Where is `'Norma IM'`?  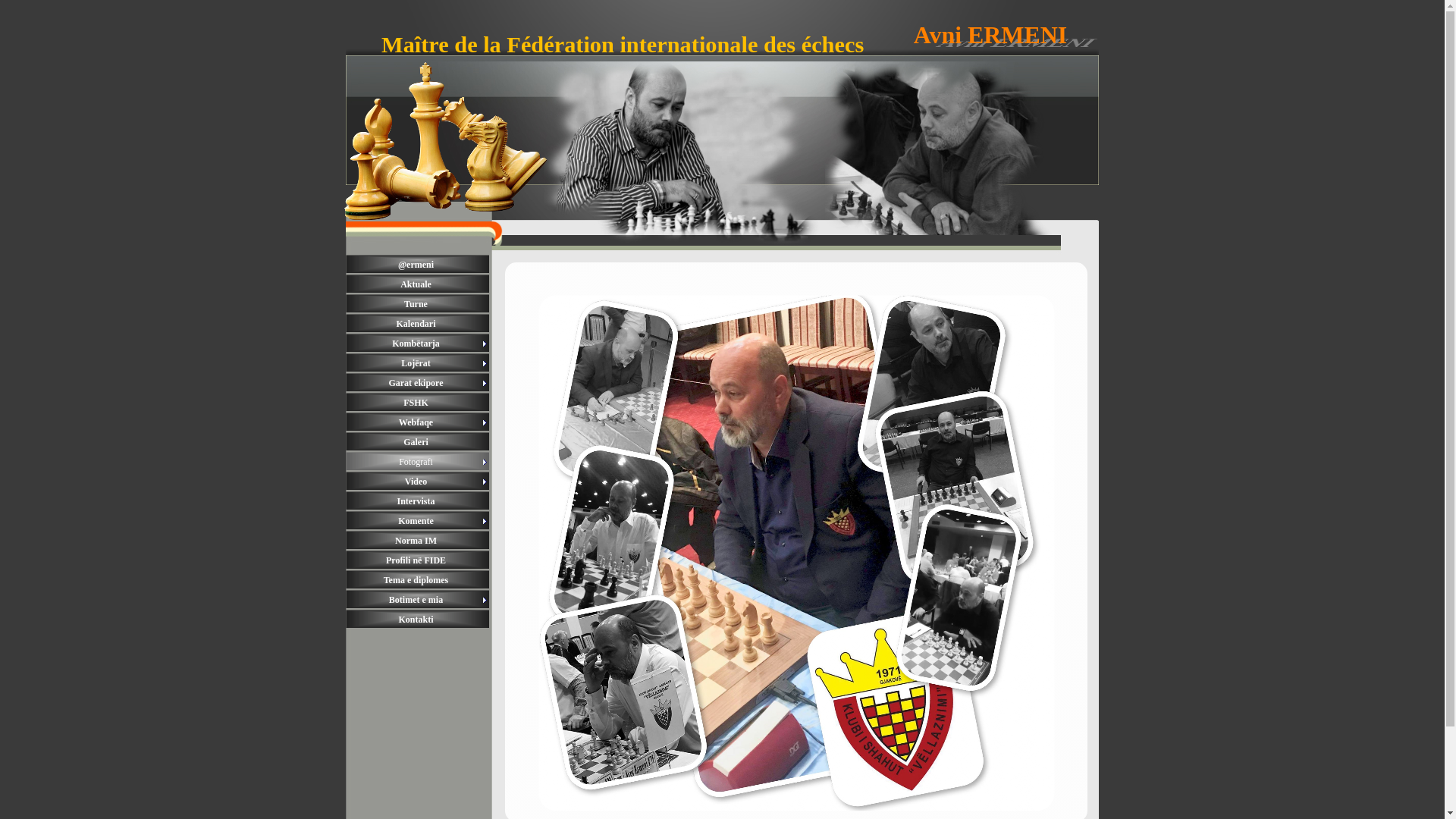 'Norma IM' is located at coordinates (418, 540).